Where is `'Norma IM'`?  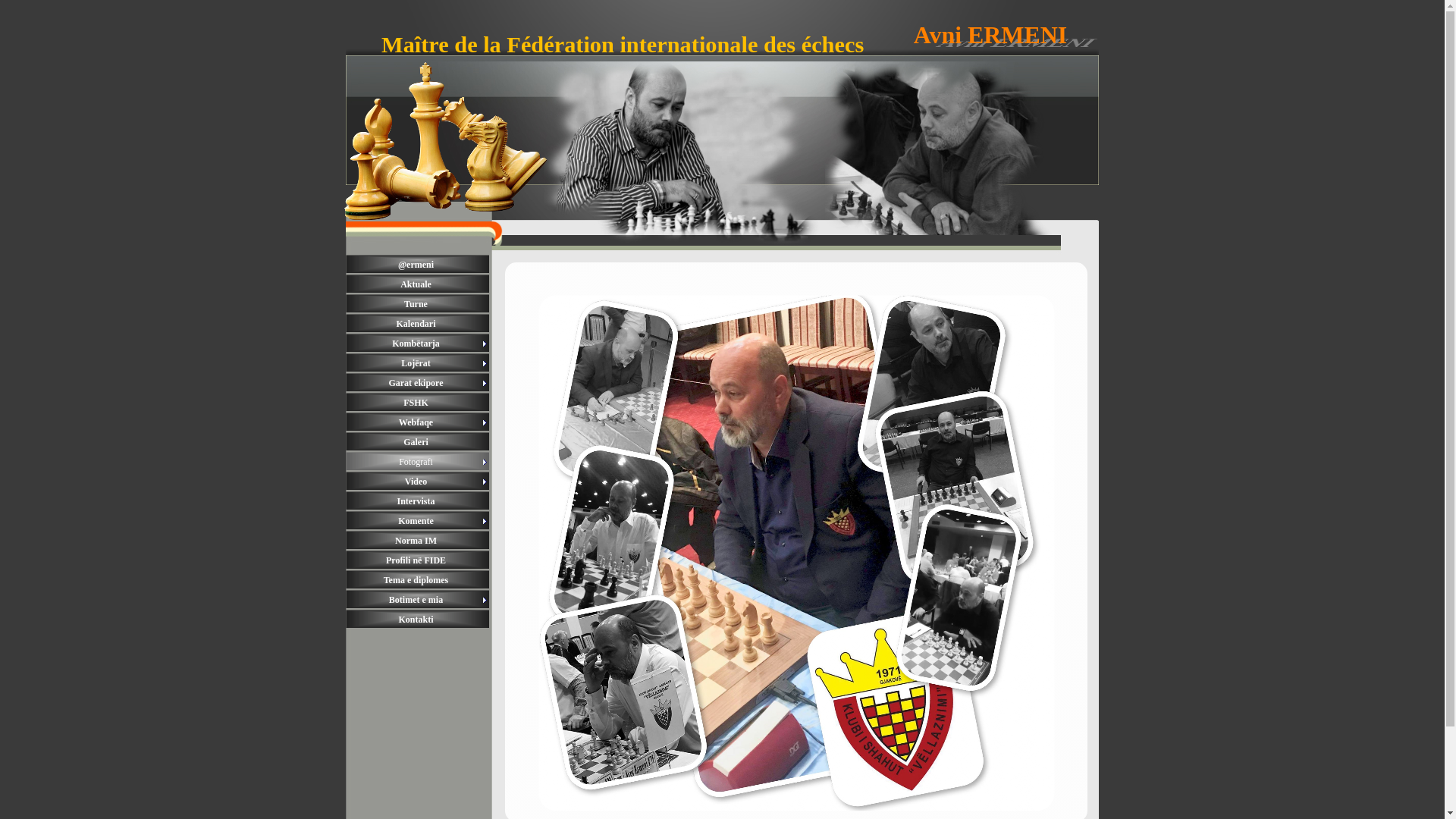 'Norma IM' is located at coordinates (418, 540).